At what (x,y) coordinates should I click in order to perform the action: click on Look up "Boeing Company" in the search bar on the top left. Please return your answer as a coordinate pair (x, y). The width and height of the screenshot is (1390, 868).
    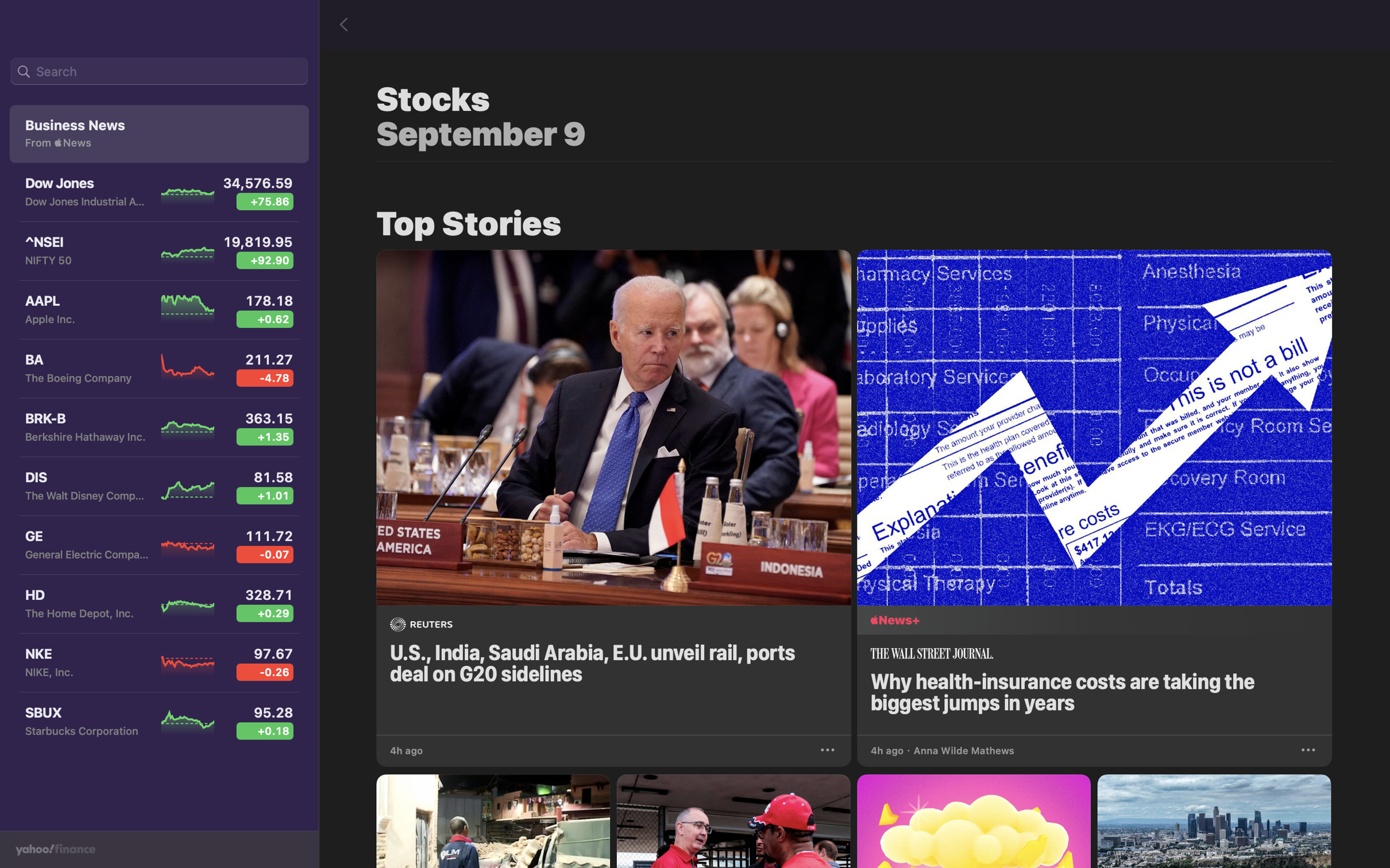
    Looking at the image, I should click on (159, 72).